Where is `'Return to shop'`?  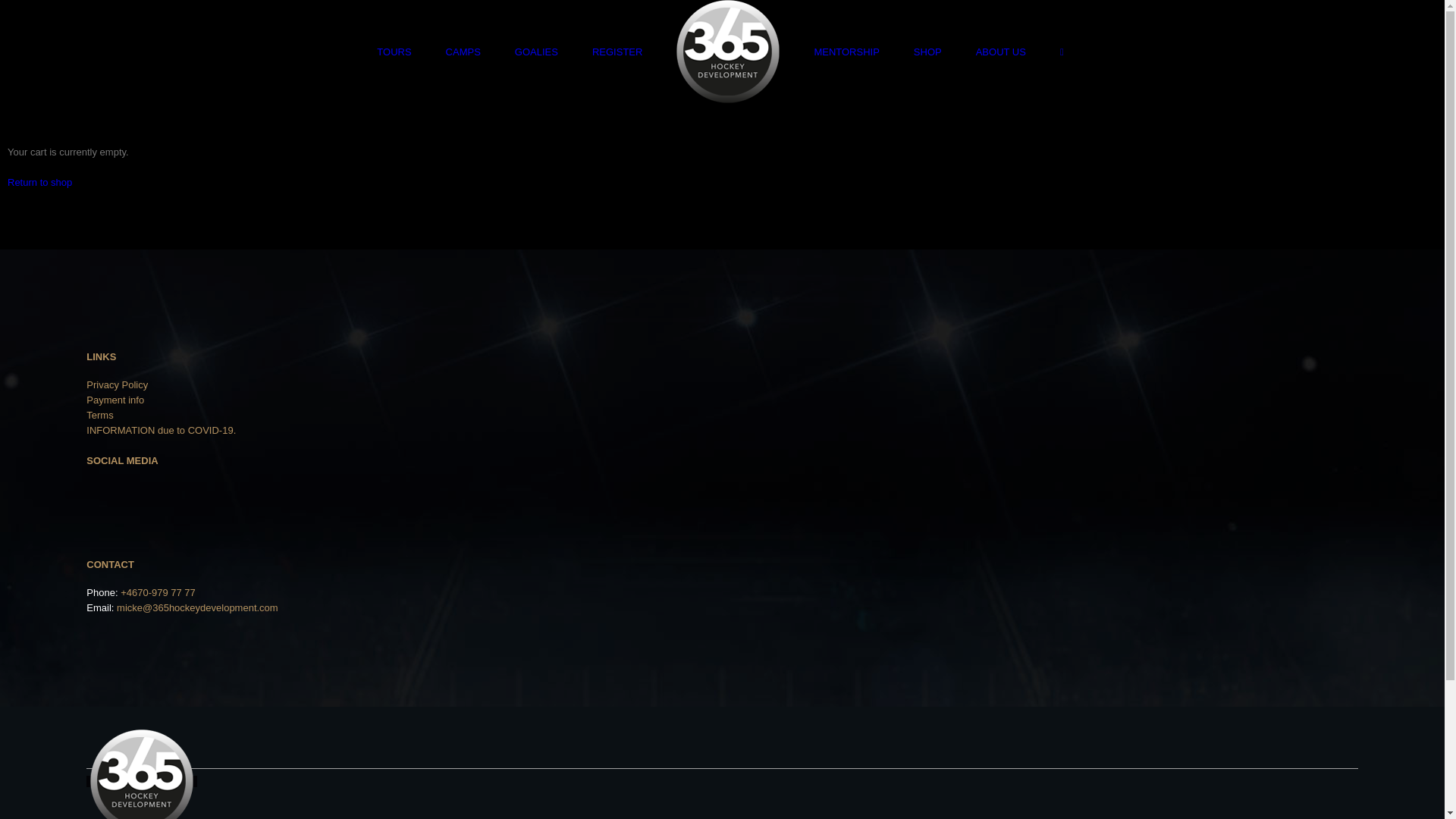 'Return to shop' is located at coordinates (39, 181).